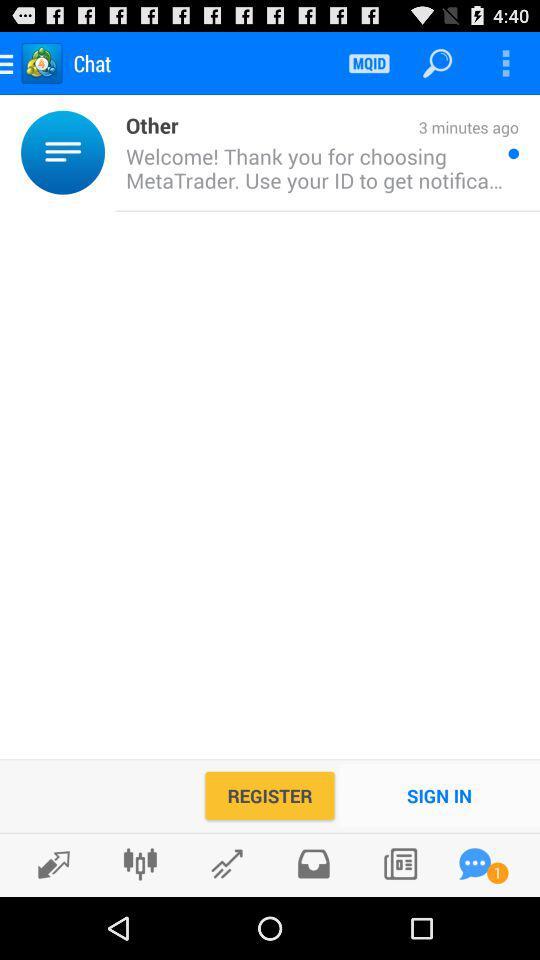 This screenshot has width=540, height=960. Describe the element at coordinates (474, 863) in the screenshot. I see `apps` at that location.